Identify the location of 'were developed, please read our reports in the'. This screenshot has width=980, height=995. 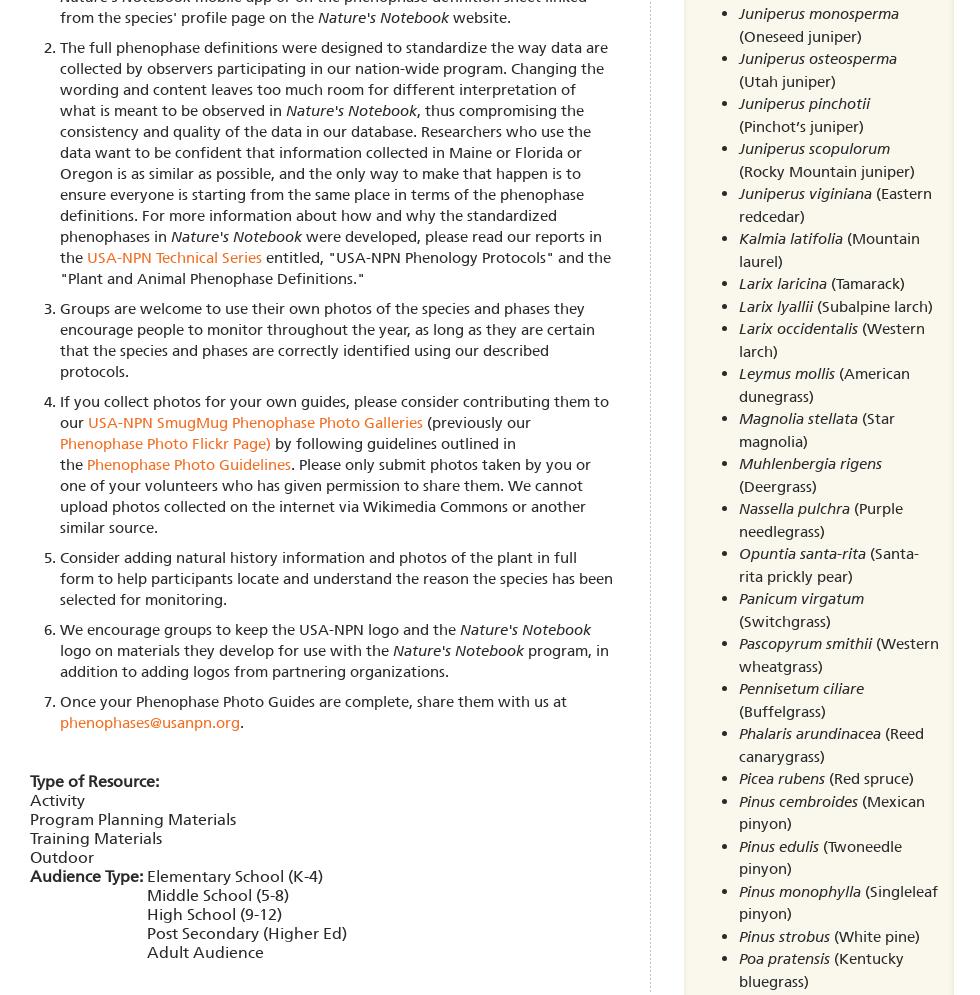
(331, 246).